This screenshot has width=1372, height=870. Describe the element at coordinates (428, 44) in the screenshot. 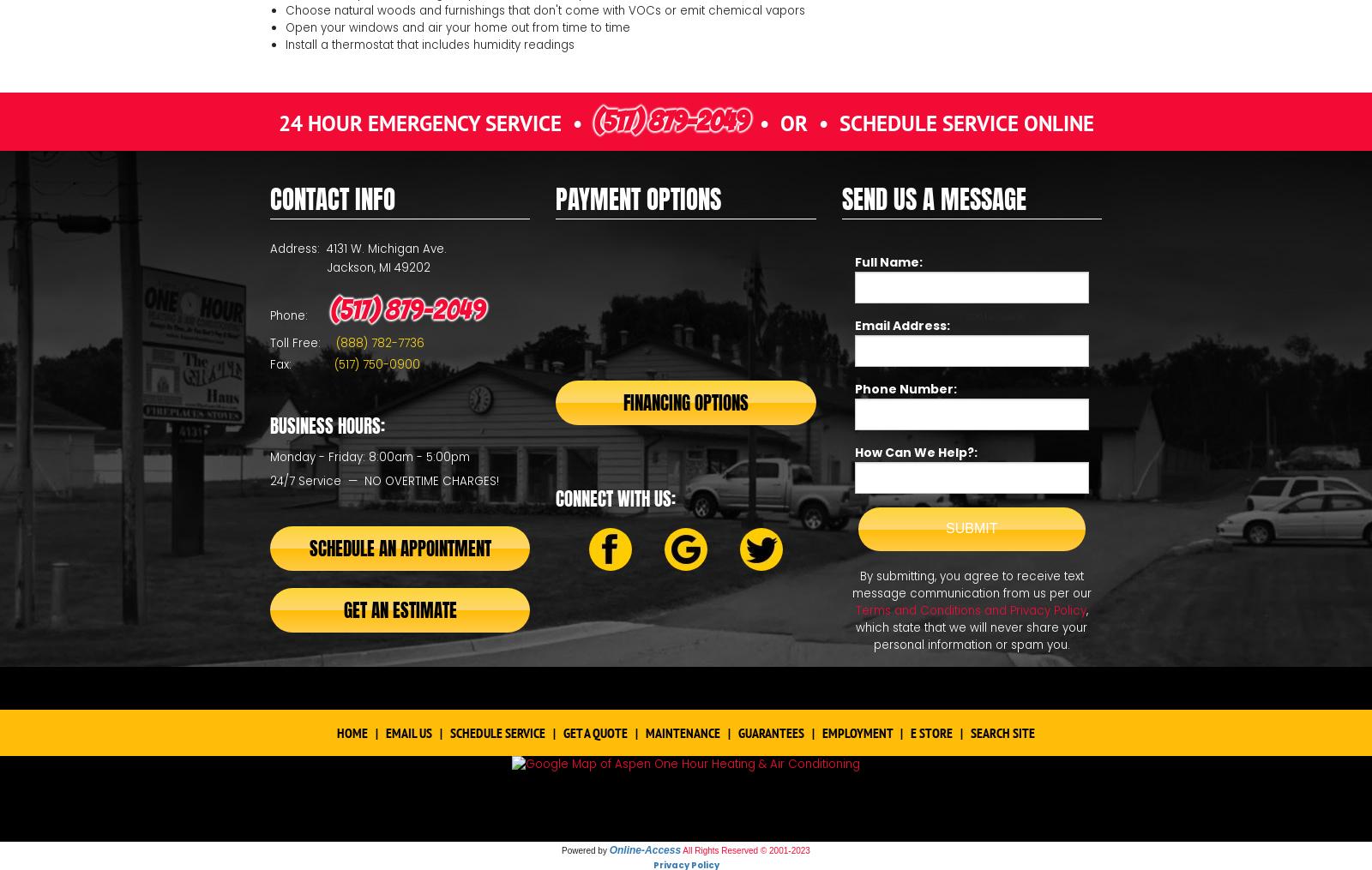

I see `'Install a thermostat that includes humidity readings'` at that location.